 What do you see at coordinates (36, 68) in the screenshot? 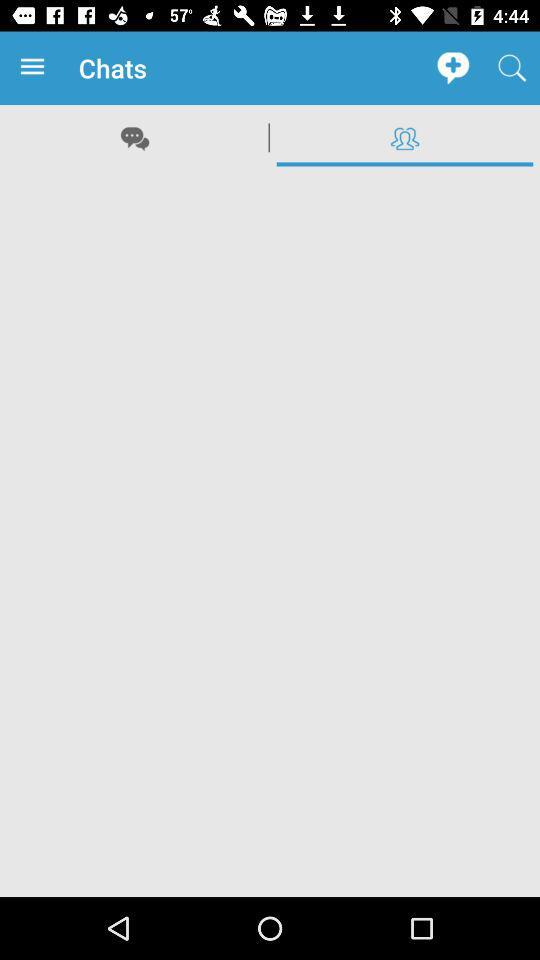
I see `app next to chats item` at bounding box center [36, 68].